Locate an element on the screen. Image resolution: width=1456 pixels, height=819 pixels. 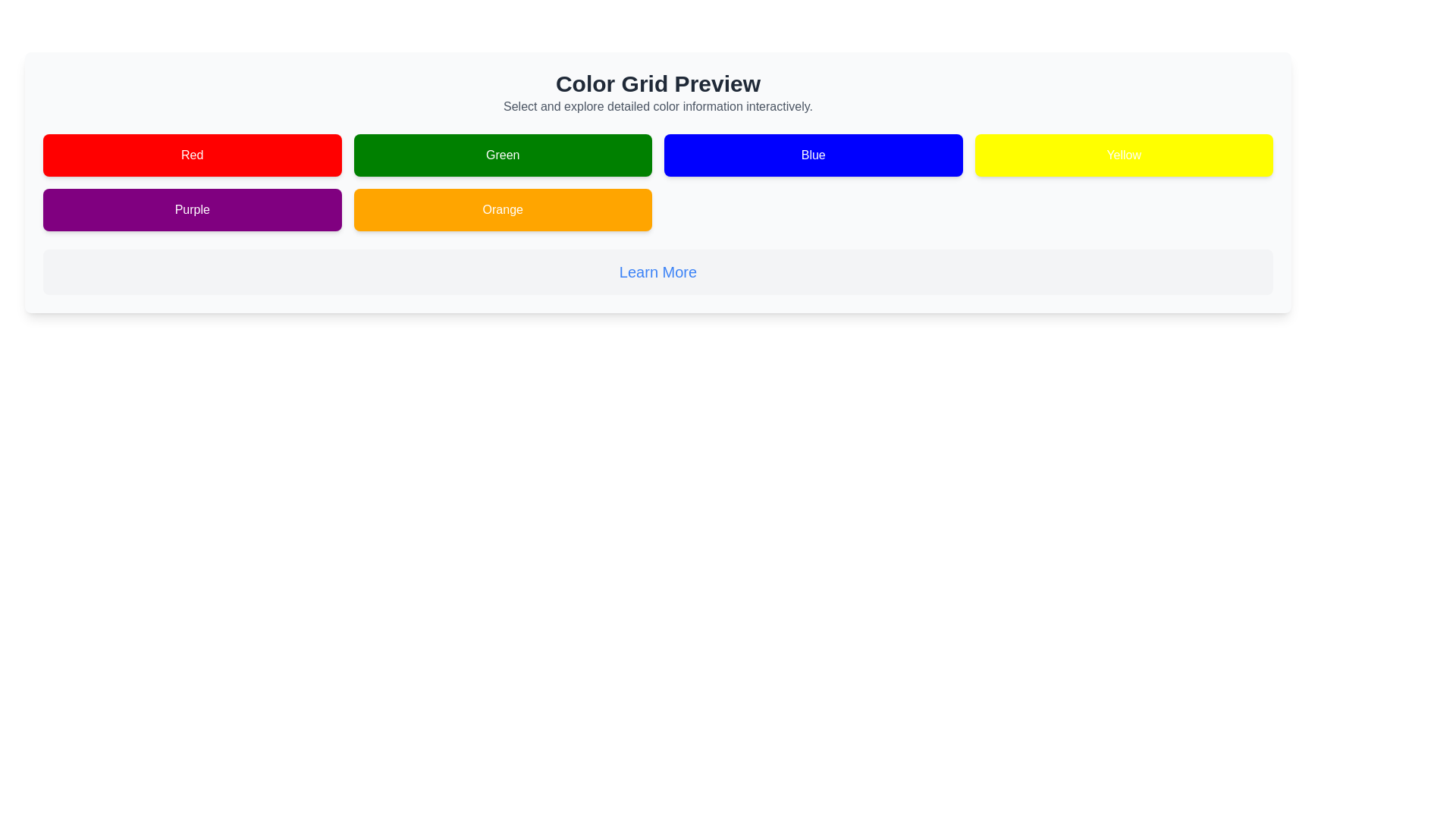
the second button in the top row of the grid layout, which indicates a green-themed option is located at coordinates (503, 155).